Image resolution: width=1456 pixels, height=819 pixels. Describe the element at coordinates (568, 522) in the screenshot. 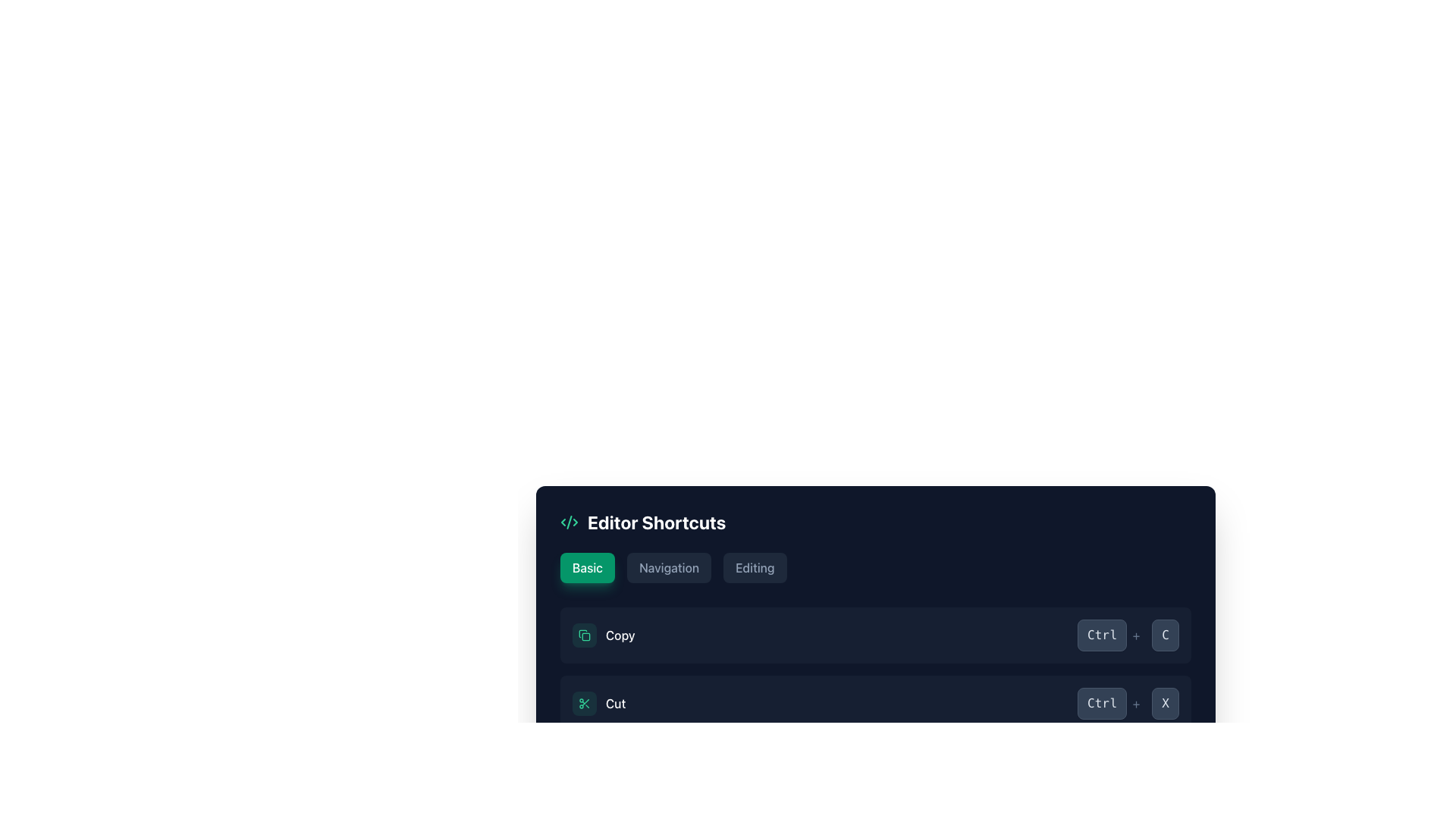

I see `properties of the coding or development-related icon located at the top left of the 'Editor Shortcuts' section` at that location.